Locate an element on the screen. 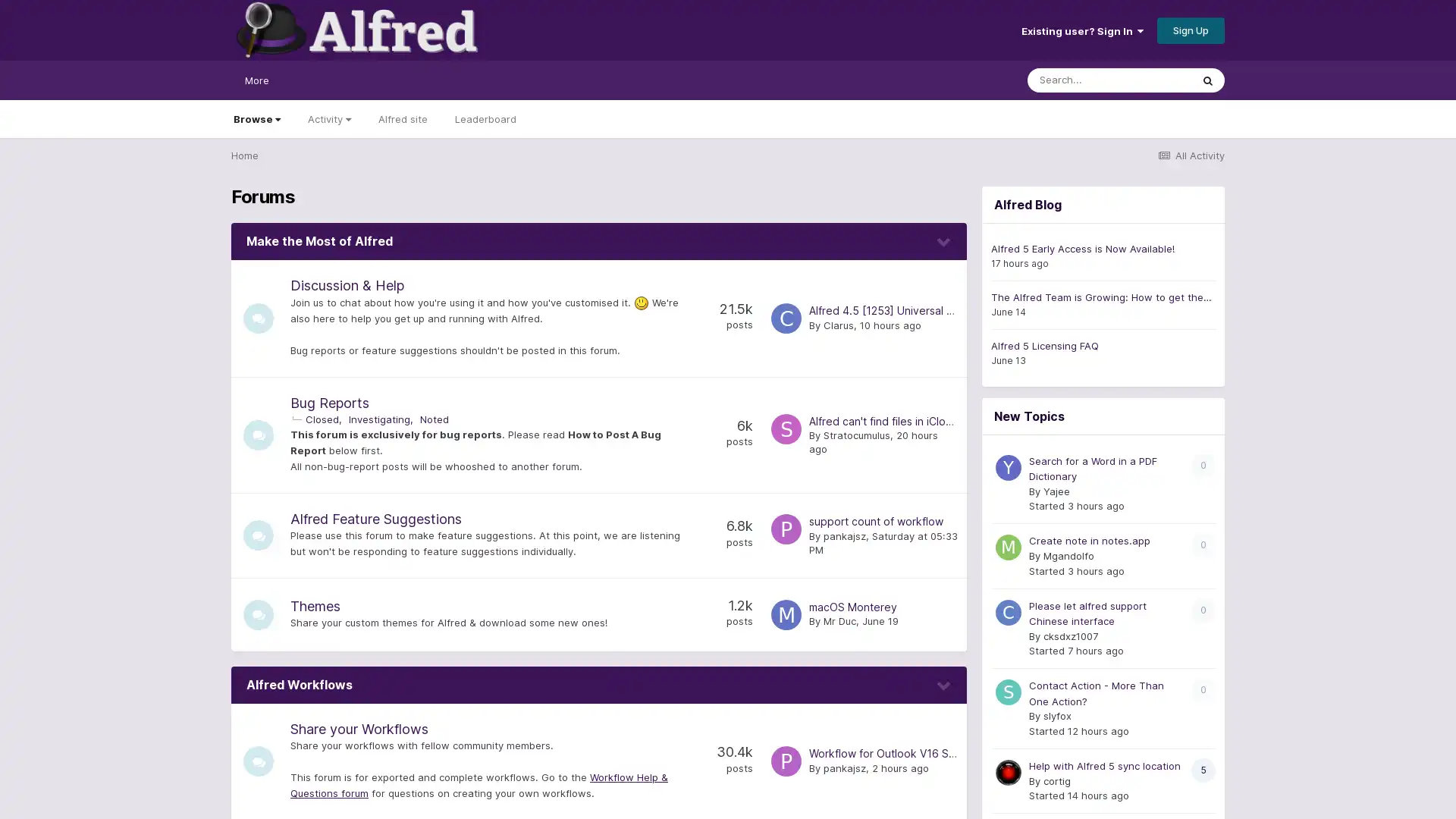 Image resolution: width=1456 pixels, height=819 pixels. Search is located at coordinates (1207, 80).